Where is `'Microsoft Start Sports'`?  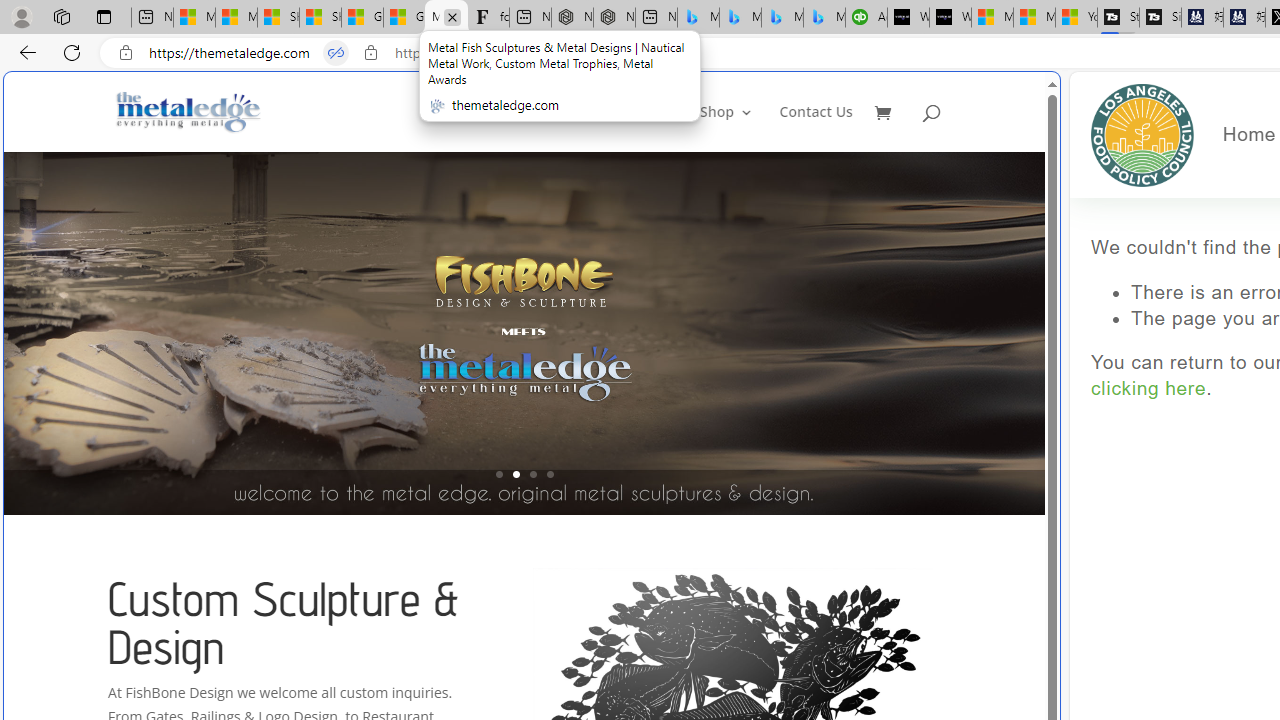
'Microsoft Start Sports' is located at coordinates (992, 17).